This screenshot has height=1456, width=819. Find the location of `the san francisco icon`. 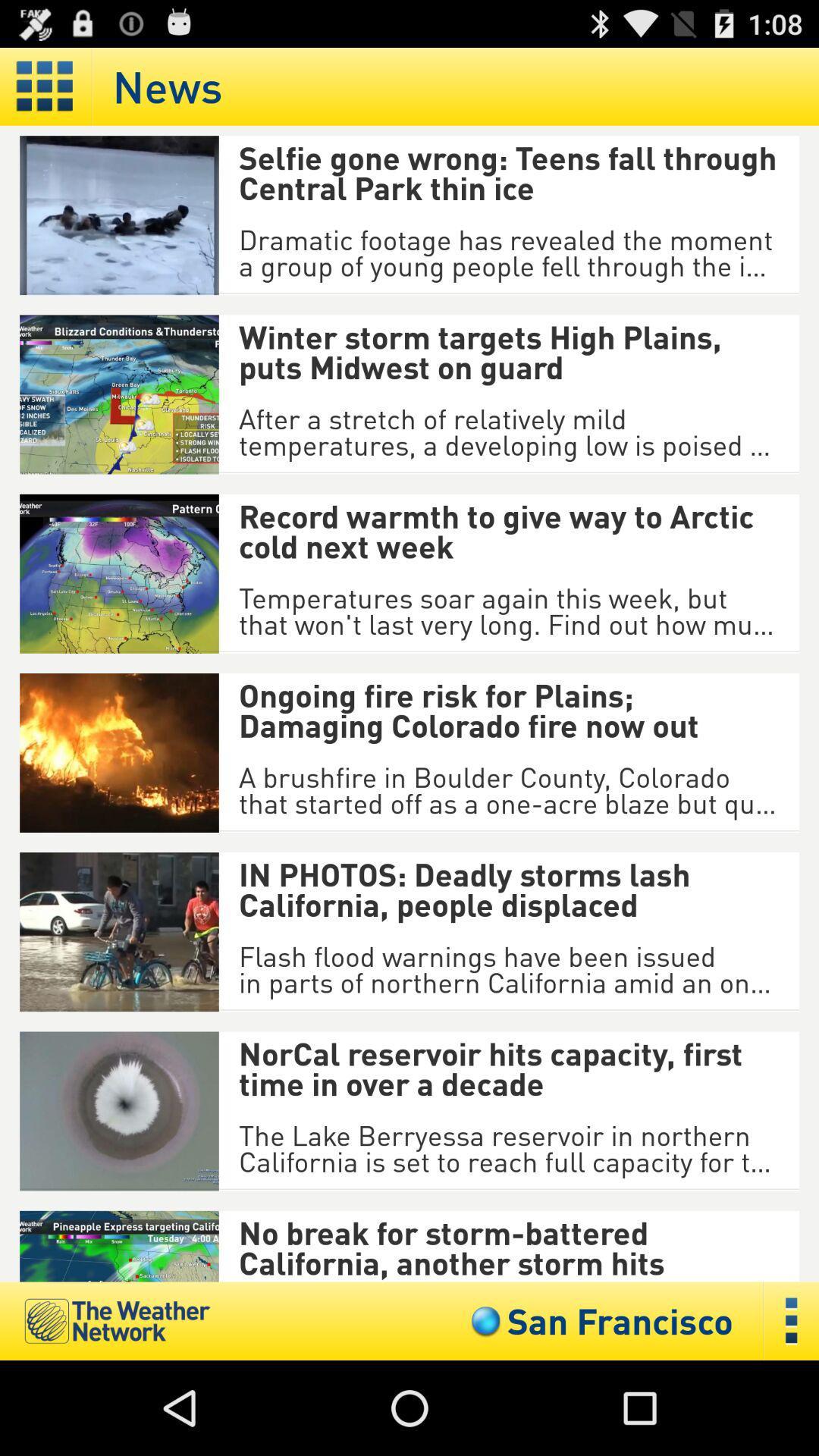

the san francisco icon is located at coordinates (598, 1320).